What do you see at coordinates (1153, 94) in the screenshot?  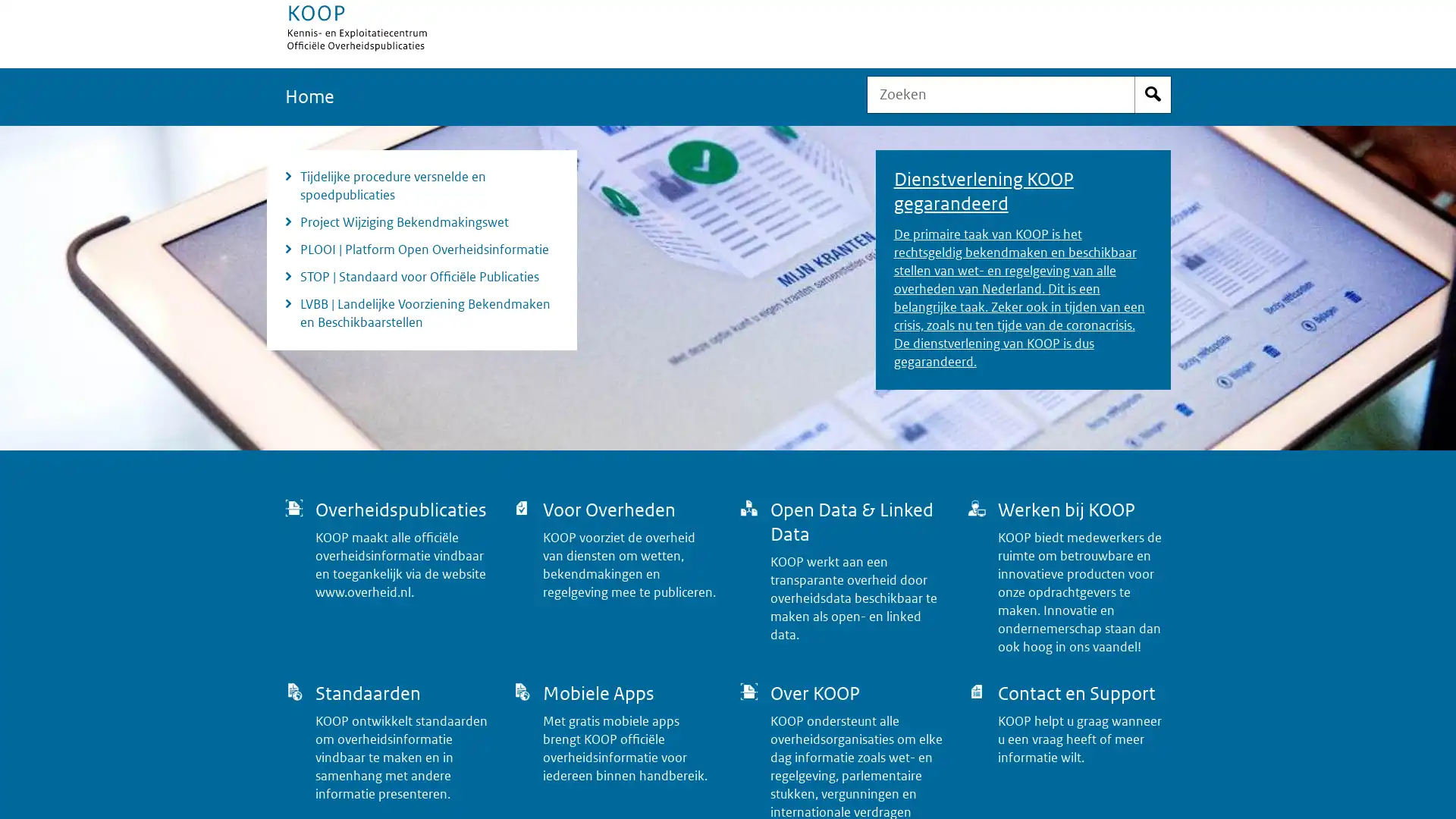 I see `Start zoeken` at bounding box center [1153, 94].